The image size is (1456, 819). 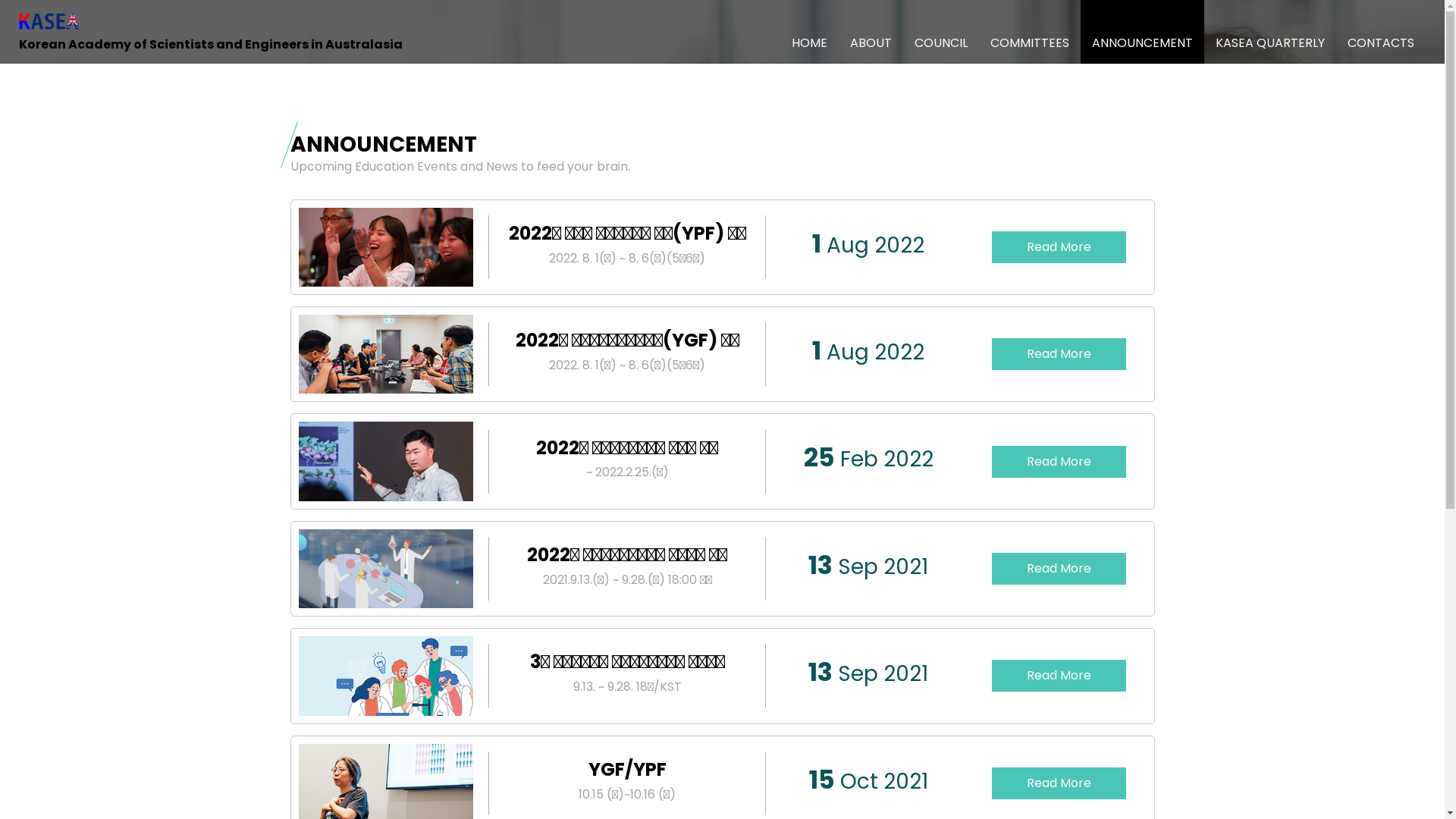 I want to click on 'Korean Academy of Scientists and Engineers in Australasia', so click(x=210, y=32).